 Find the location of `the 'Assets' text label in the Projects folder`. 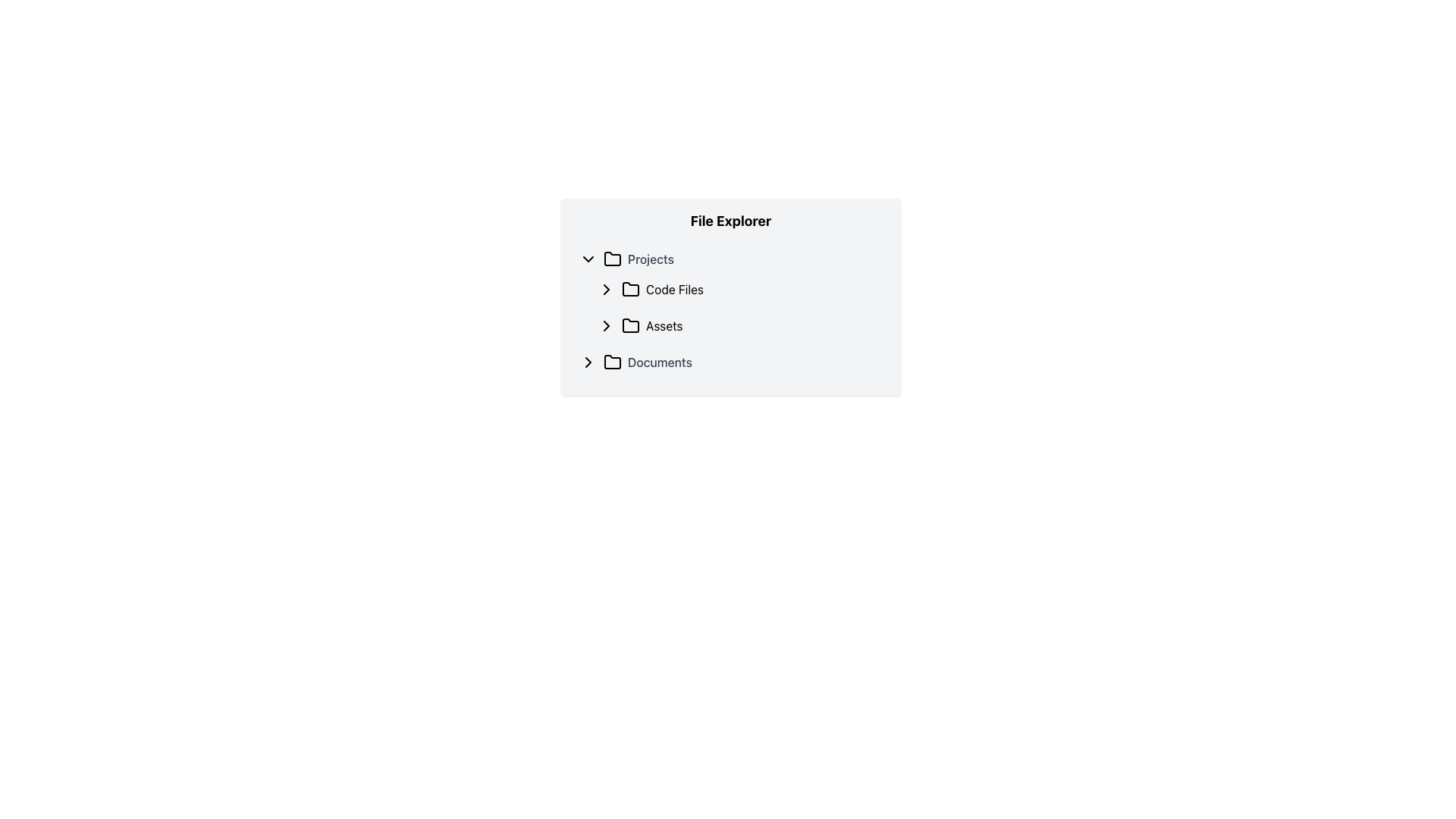

the 'Assets' text label in the Projects folder is located at coordinates (664, 325).